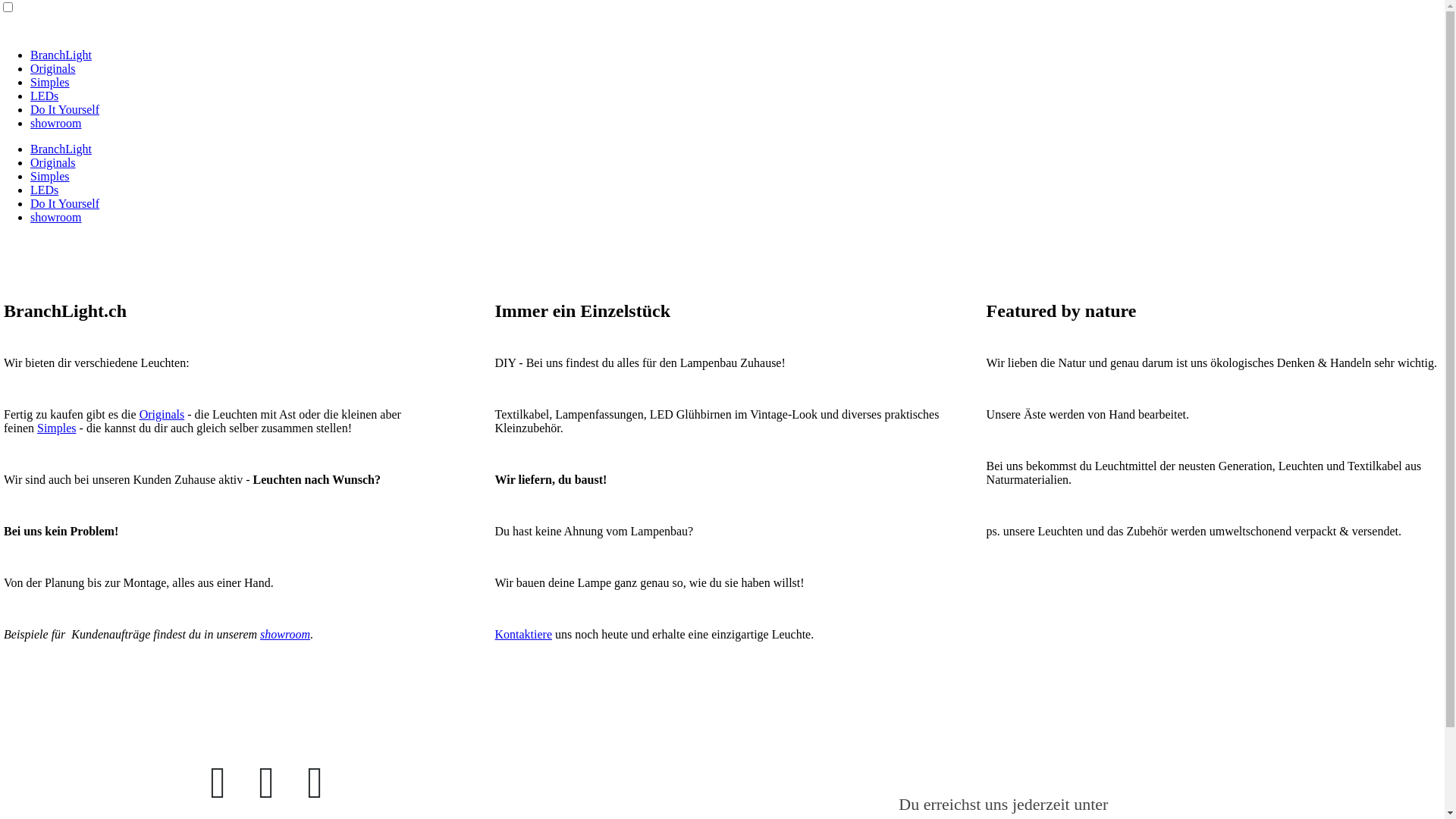  Describe the element at coordinates (523, 634) in the screenshot. I see `'Kontaktiere'` at that location.